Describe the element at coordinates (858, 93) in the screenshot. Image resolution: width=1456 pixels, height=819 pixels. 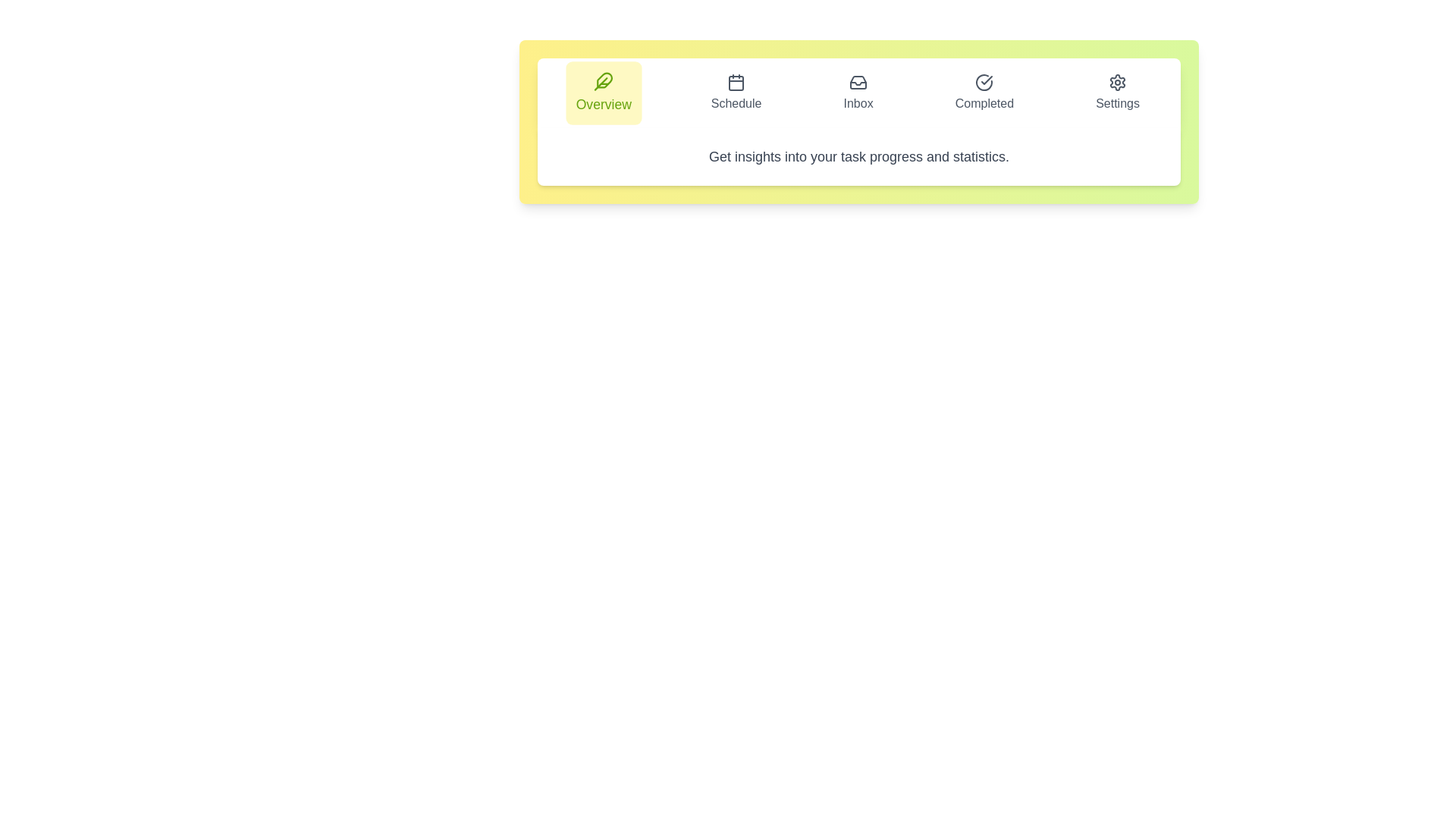
I see `the tab labeled Inbox` at that location.